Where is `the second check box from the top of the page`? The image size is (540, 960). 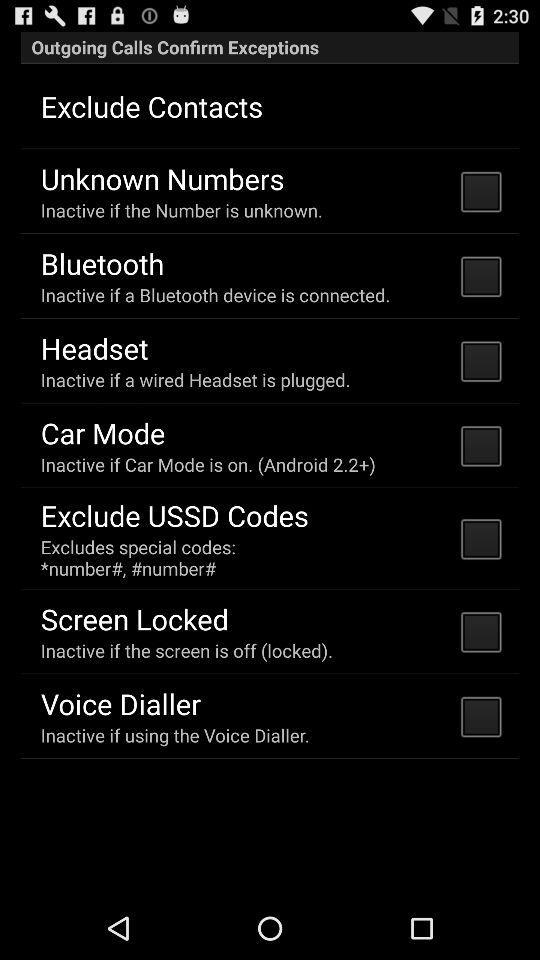
the second check box from the top of the page is located at coordinates (479, 275).